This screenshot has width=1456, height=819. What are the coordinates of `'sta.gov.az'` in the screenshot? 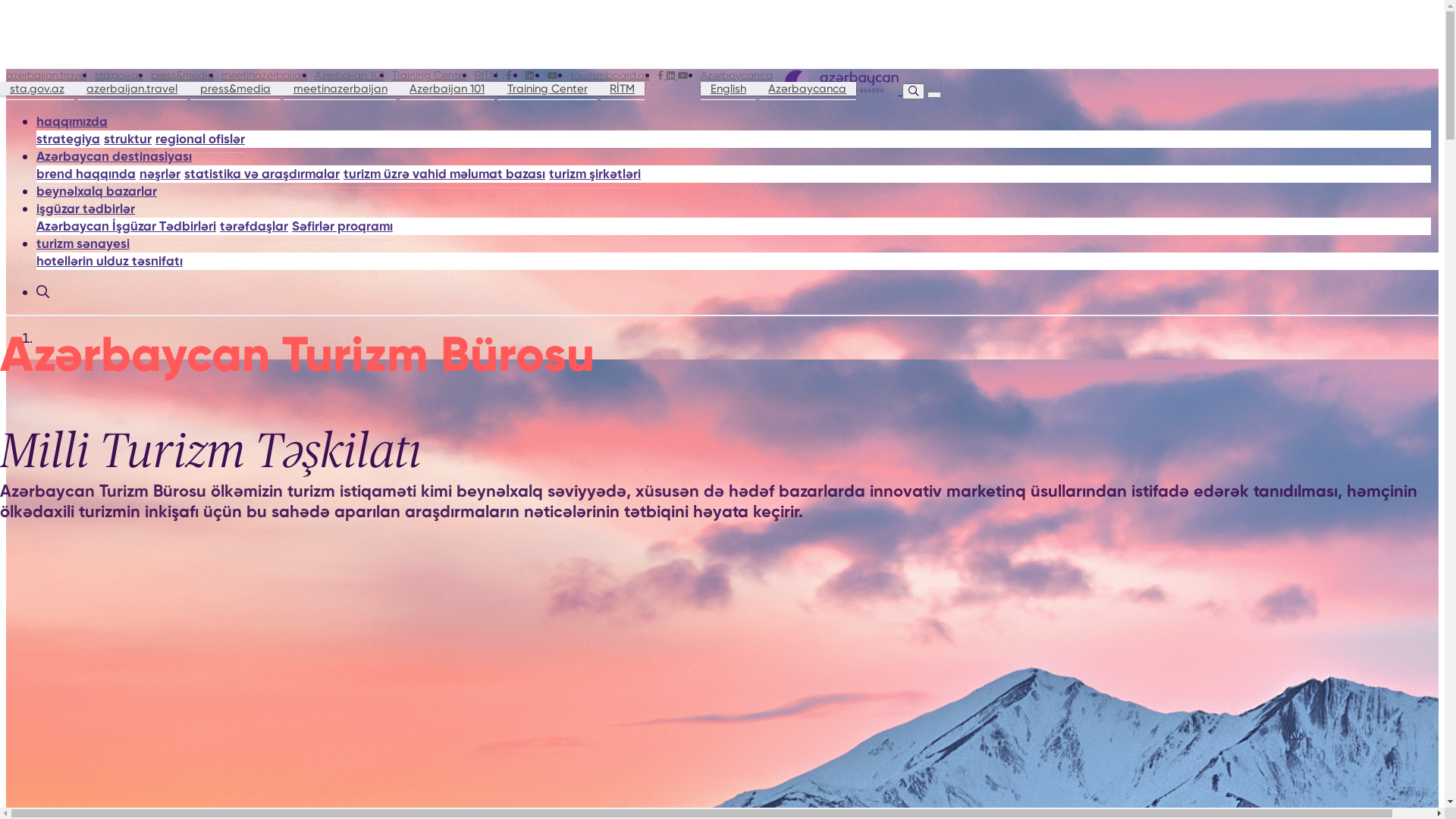 It's located at (0, 89).